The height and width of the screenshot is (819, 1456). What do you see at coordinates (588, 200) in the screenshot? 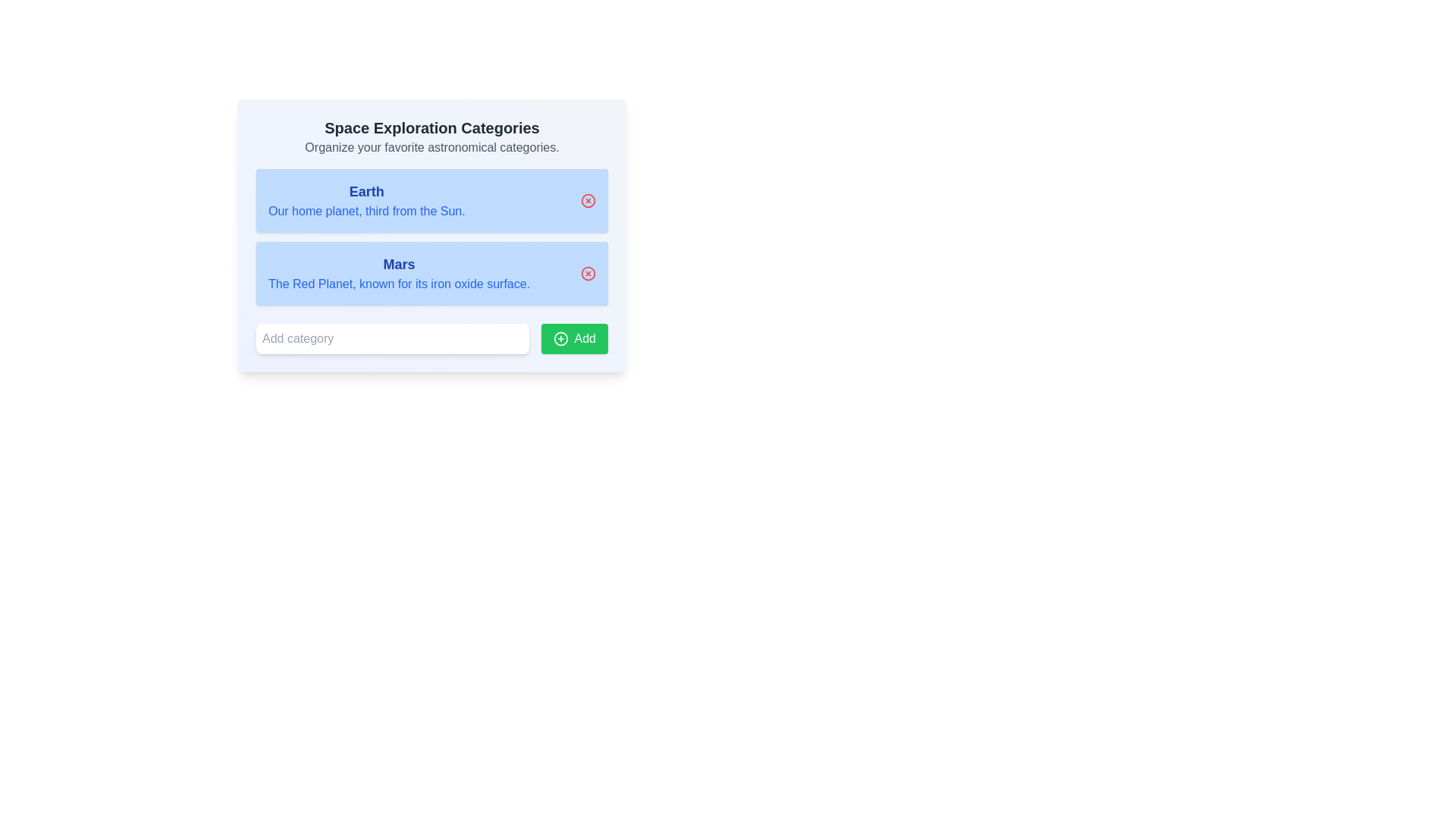
I see `the graphical icon control located at the right end inside the panel associated with 'Earth' in the space exploration categories list` at bounding box center [588, 200].